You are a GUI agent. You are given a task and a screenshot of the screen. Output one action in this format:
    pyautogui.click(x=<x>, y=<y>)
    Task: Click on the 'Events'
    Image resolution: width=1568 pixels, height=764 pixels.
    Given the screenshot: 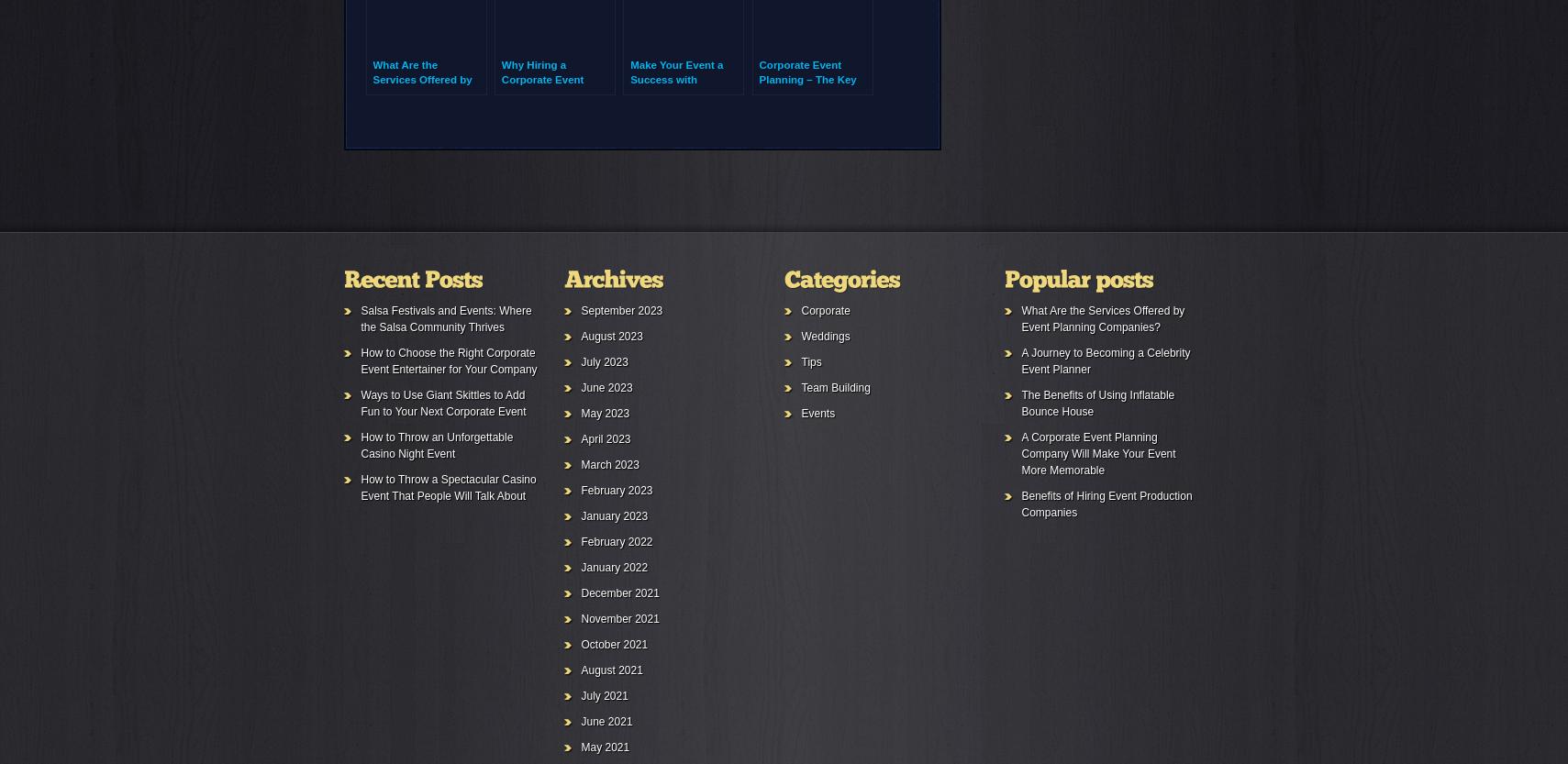 What is the action you would take?
    pyautogui.click(x=817, y=412)
    